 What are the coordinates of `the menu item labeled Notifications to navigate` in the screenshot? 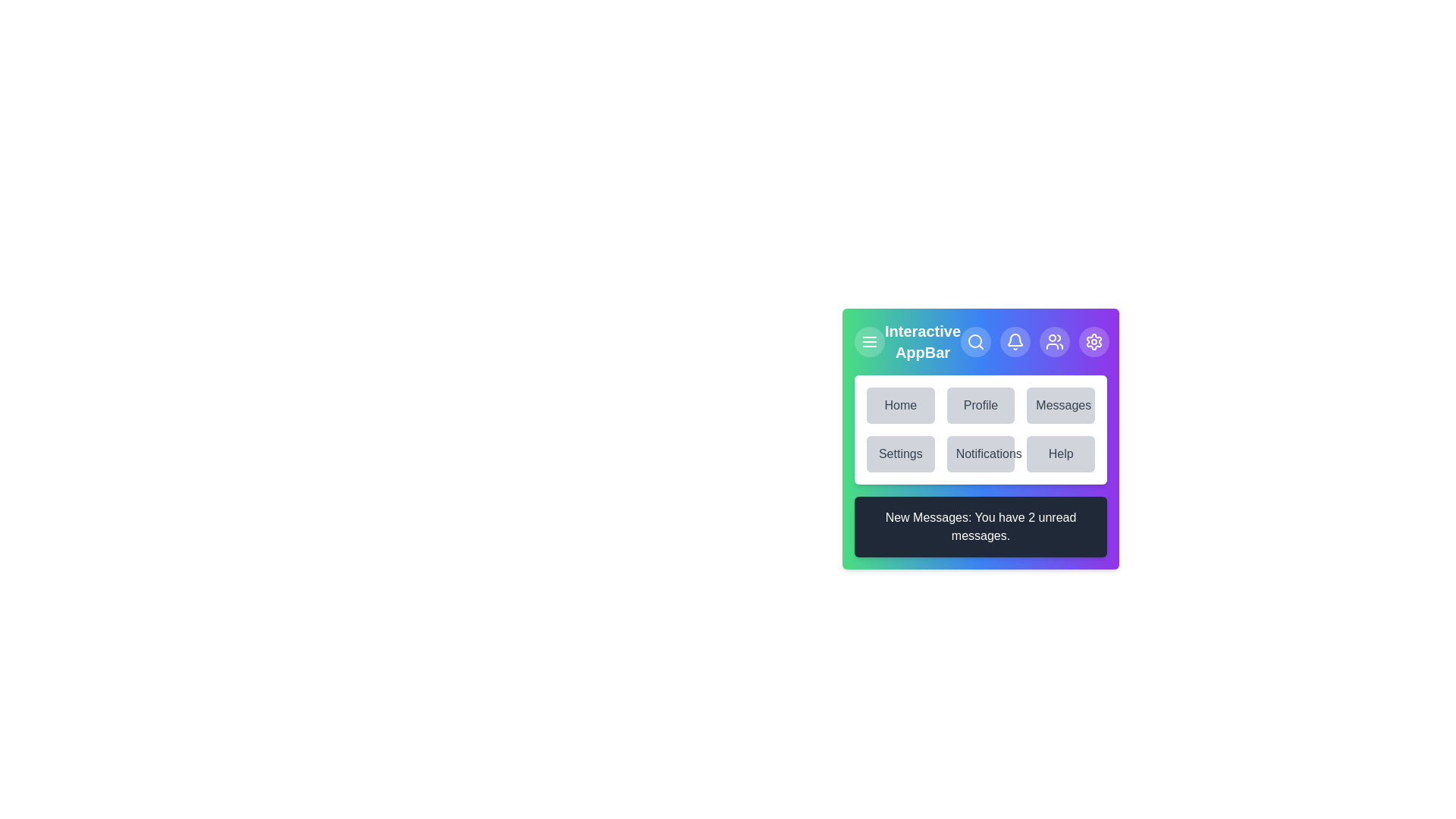 It's located at (981, 453).